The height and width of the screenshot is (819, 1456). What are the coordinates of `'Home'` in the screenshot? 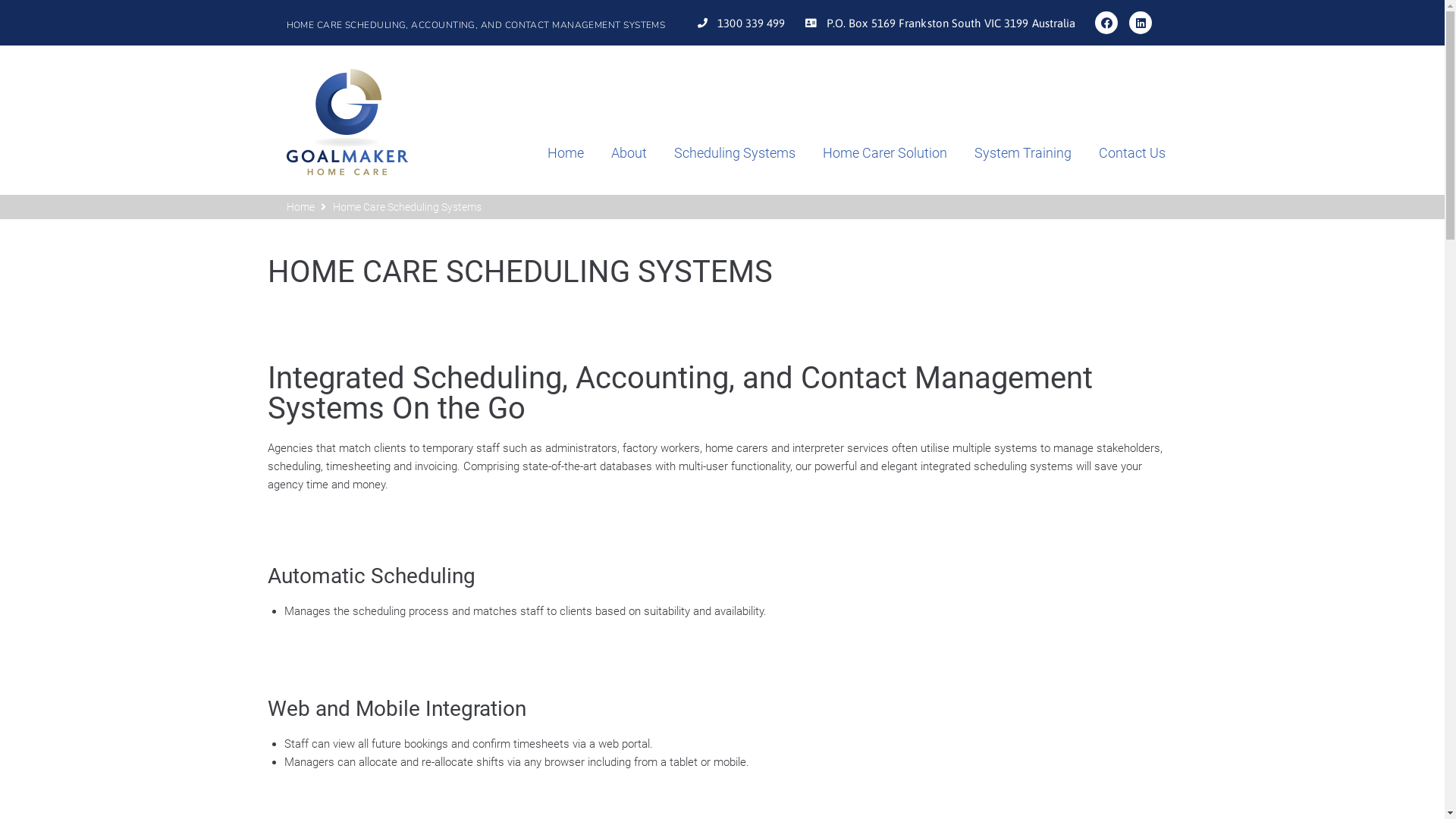 It's located at (287, 207).